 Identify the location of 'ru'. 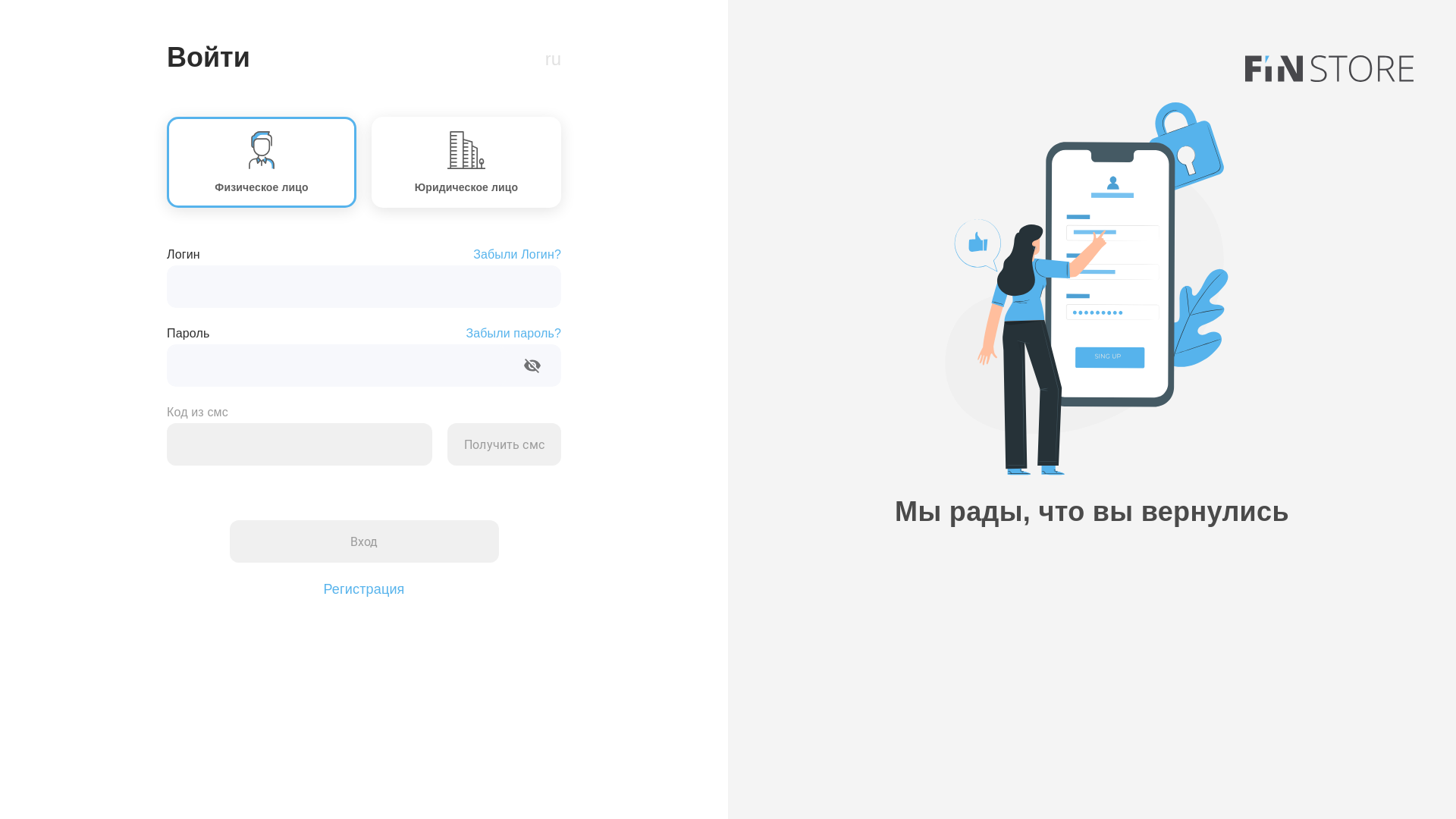
(552, 58).